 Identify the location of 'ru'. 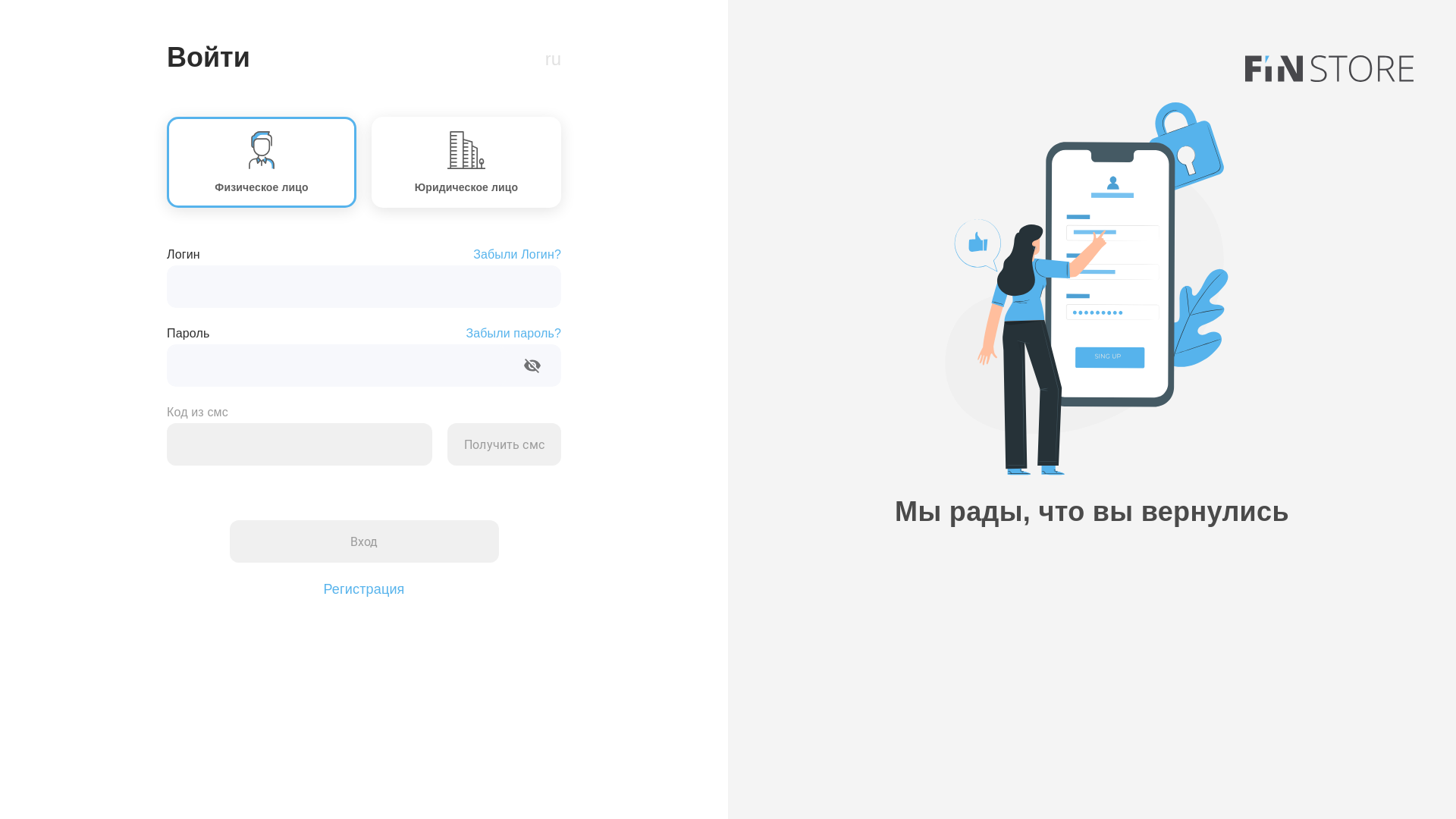
(552, 58).